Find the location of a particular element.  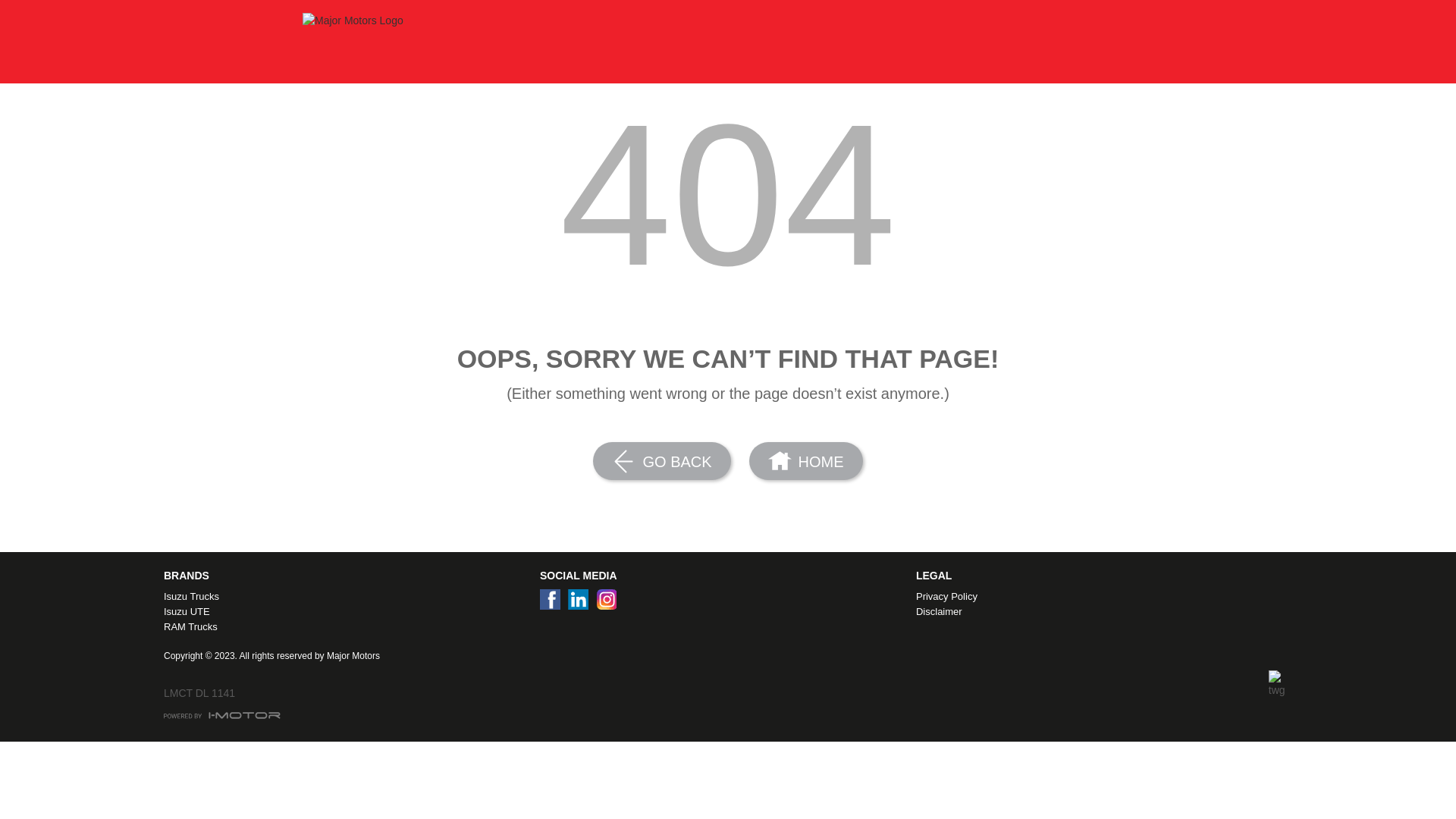

'linkedin' is located at coordinates (581, 602).